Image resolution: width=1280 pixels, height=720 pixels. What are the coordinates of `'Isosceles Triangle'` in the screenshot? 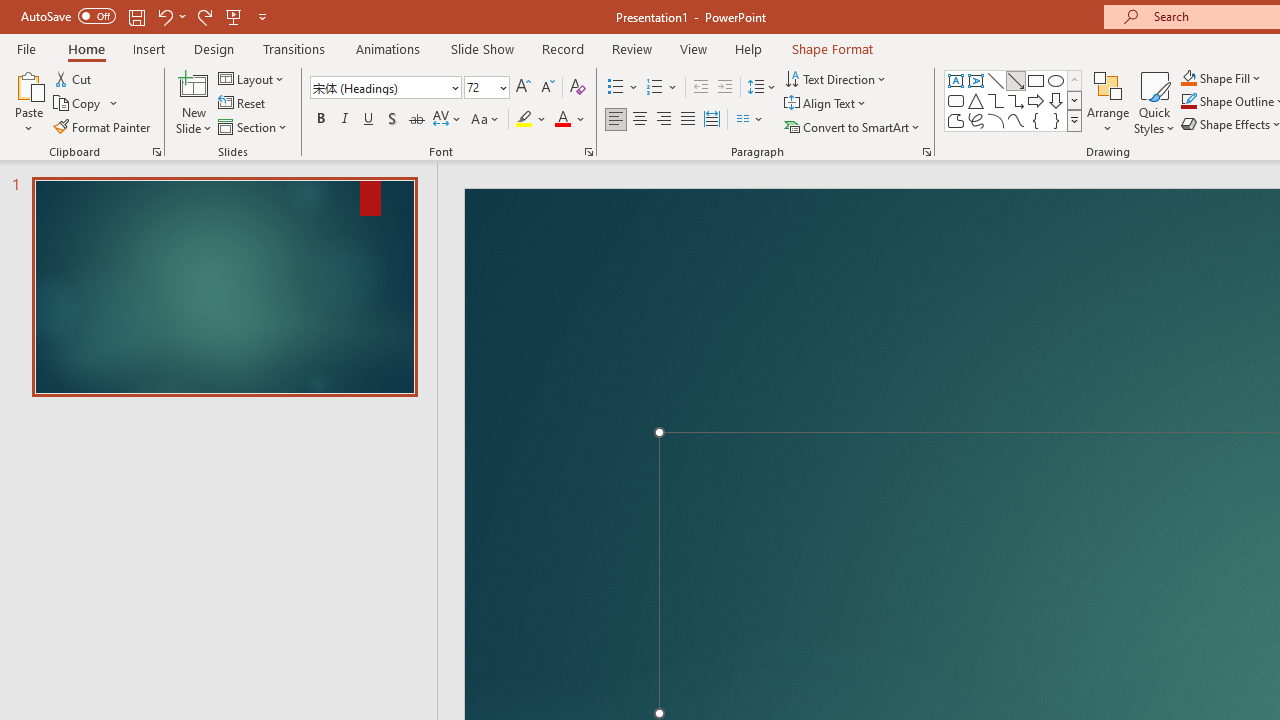 It's located at (976, 100).